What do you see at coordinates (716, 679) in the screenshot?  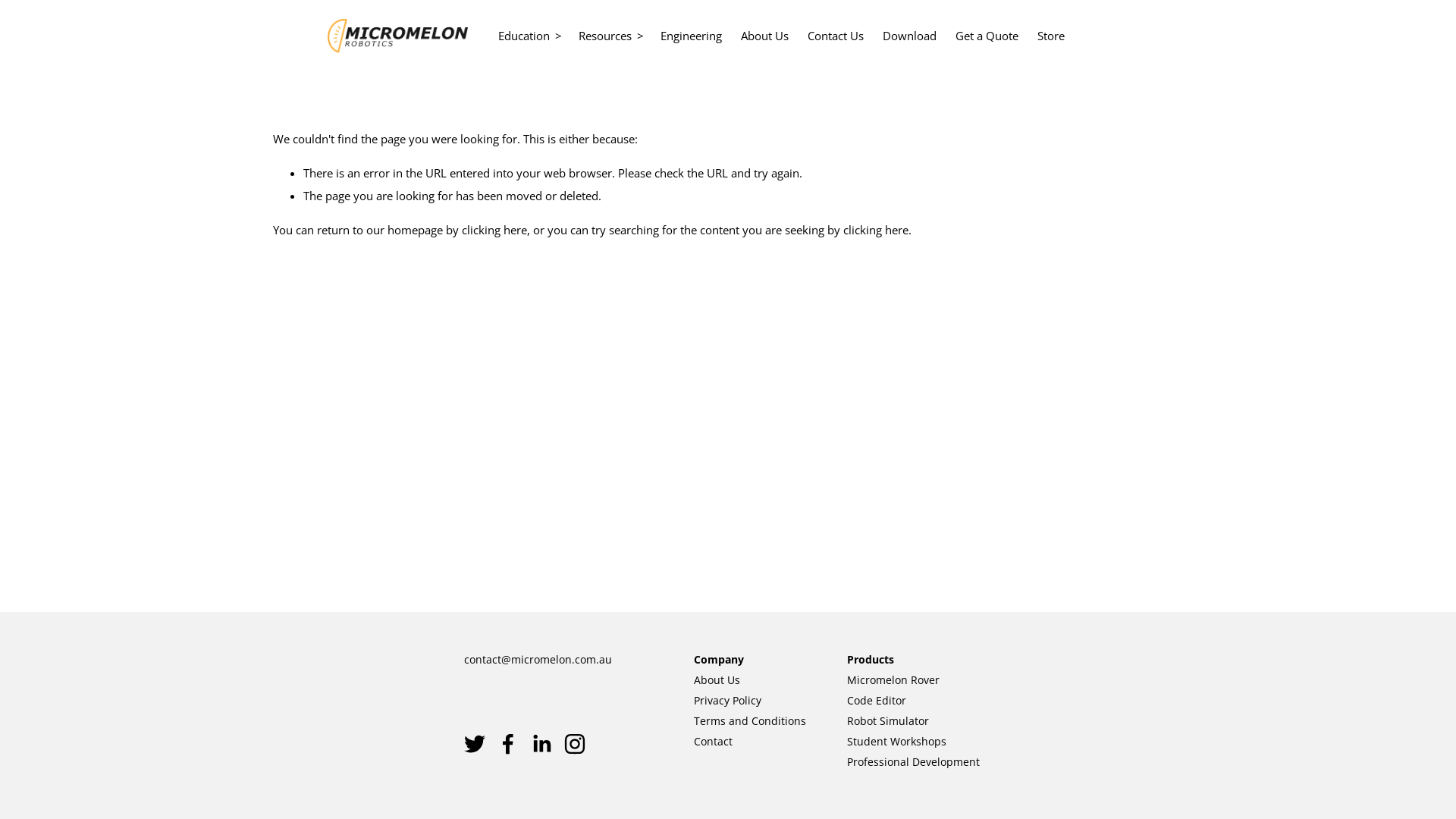 I see `'About Us'` at bounding box center [716, 679].